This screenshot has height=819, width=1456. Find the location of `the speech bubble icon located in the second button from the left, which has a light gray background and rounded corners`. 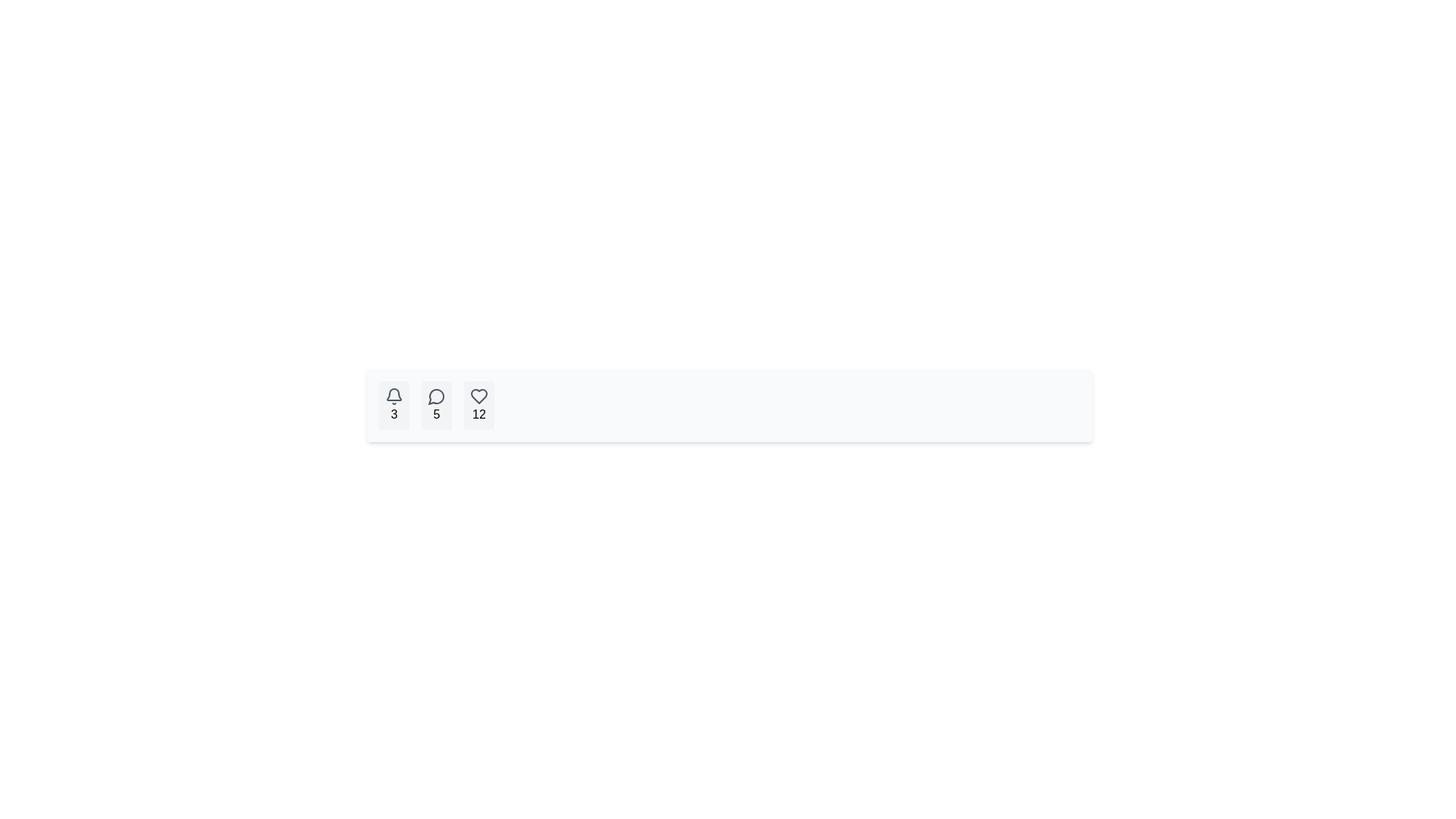

the speech bubble icon located in the second button from the left, which has a light gray background and rounded corners is located at coordinates (435, 396).